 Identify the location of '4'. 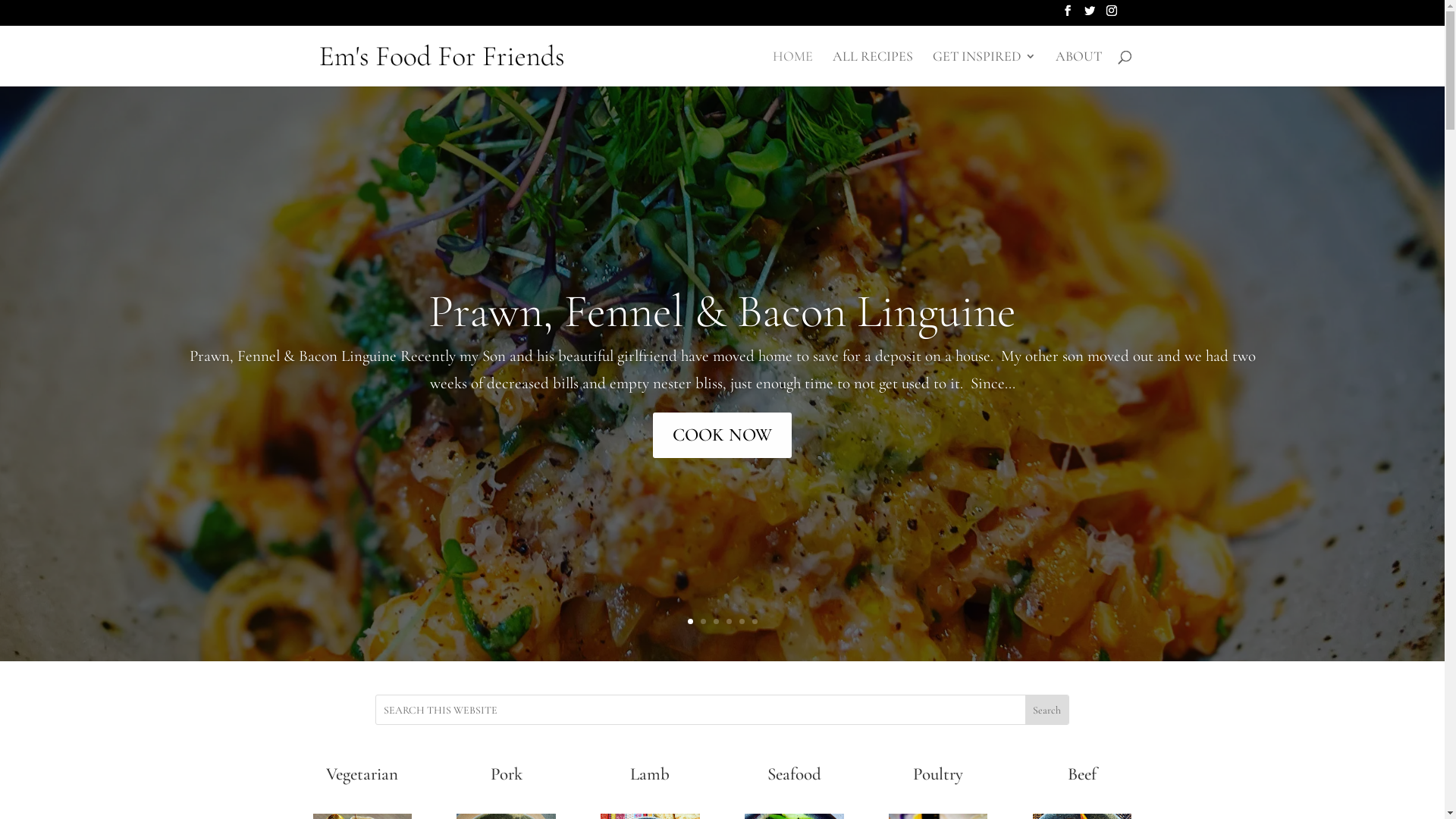
(729, 621).